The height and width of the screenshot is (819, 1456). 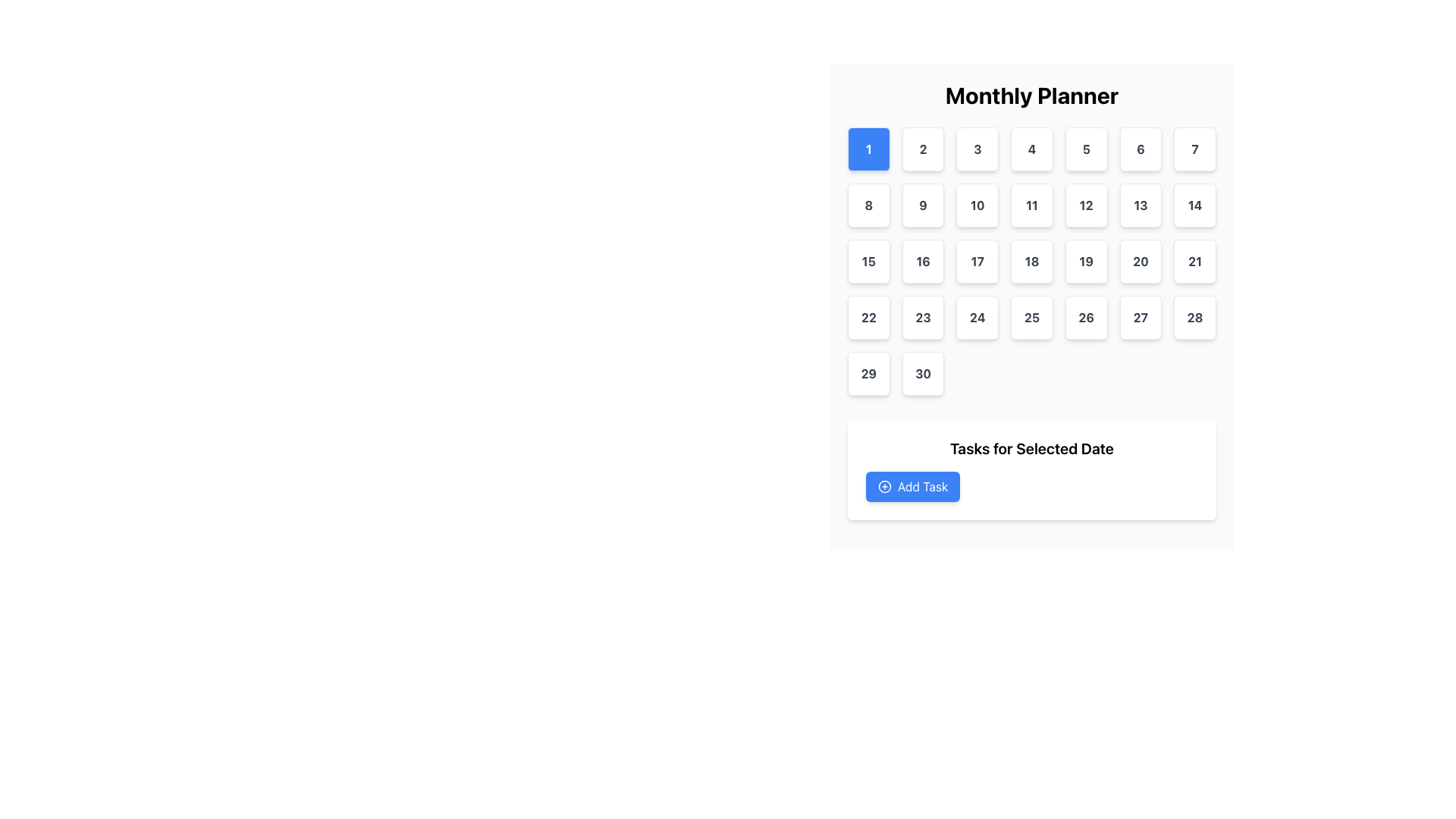 I want to click on the Interactive calendar date entry displaying the number '18', so click(x=1031, y=260).